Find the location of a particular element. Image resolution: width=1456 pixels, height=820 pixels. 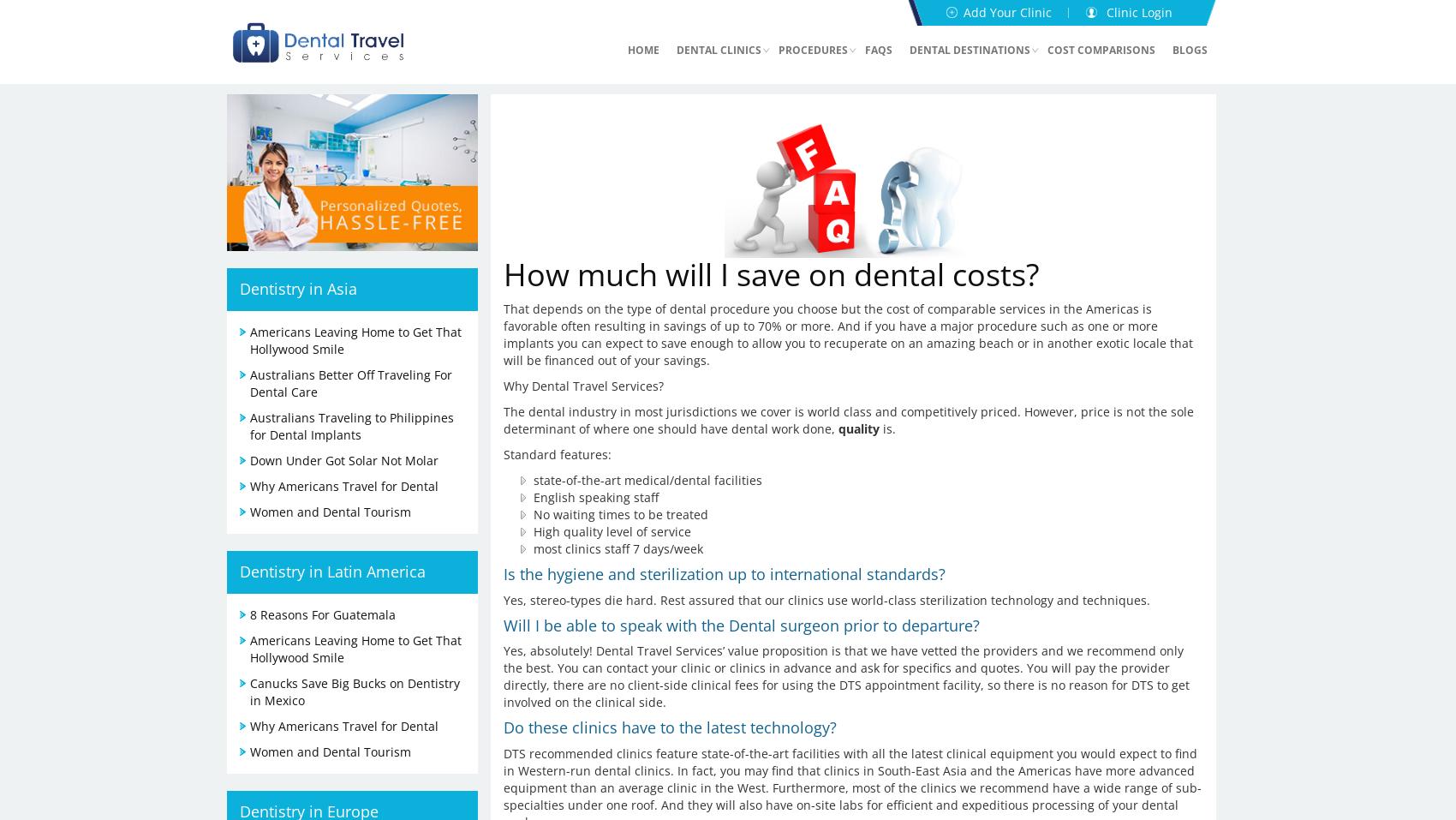

'That depends on the type of dental procedure you choose but the cost of comparable services in the Americas is favorable often resulting in savings of up to 70% or more. And if you have a major procedure such as one or more implants you can expect to save enough to allow you to recuperate on an amazing beach or in another exotic locale that will be financed out of your savings.' is located at coordinates (846, 332).